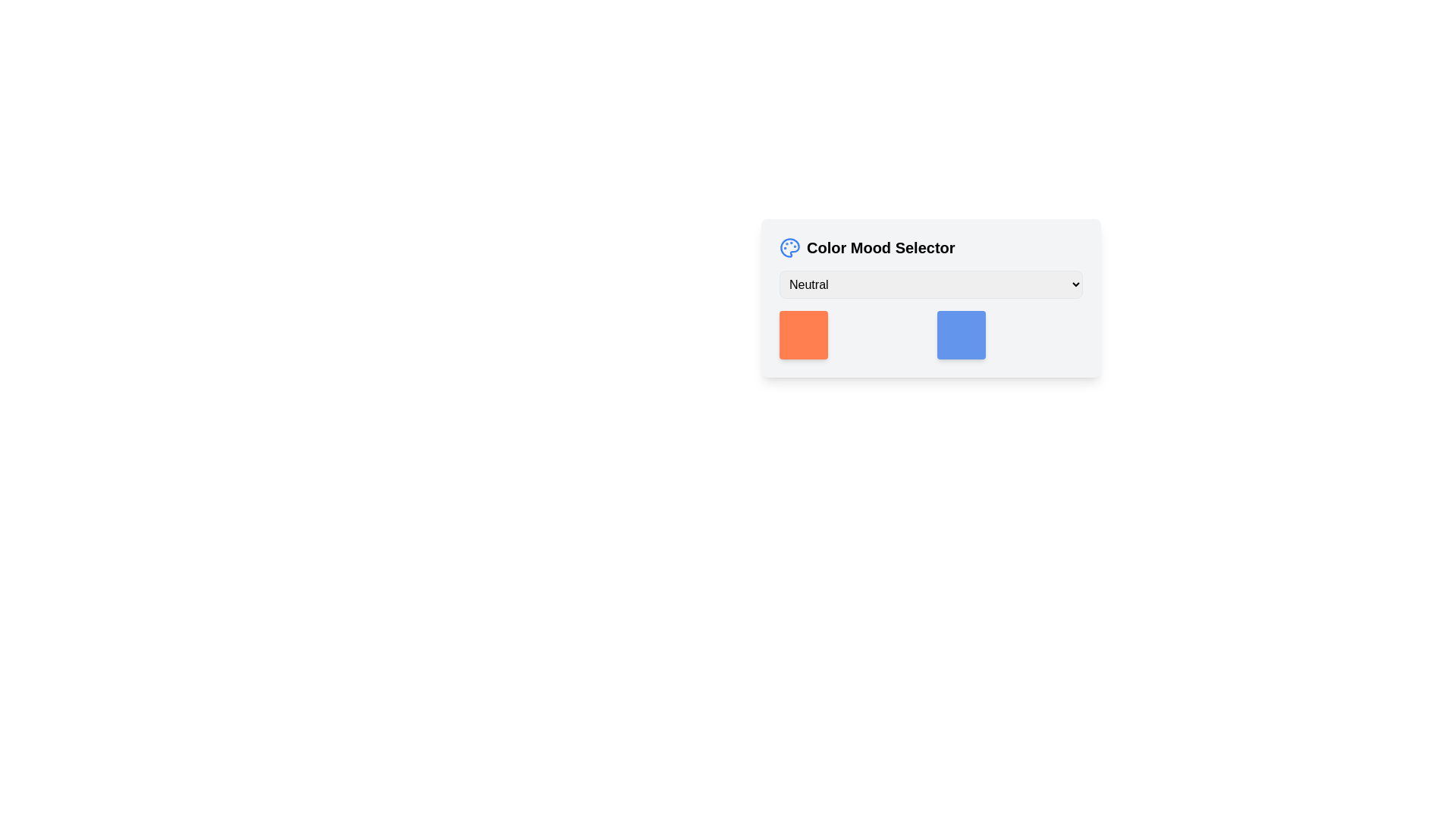 This screenshot has height=819, width=1456. Describe the element at coordinates (803, 334) in the screenshot. I see `the visual indicator or selectable color block located below the 'Neutral' dropdown menu and to the left of the blue-colored block` at that location.